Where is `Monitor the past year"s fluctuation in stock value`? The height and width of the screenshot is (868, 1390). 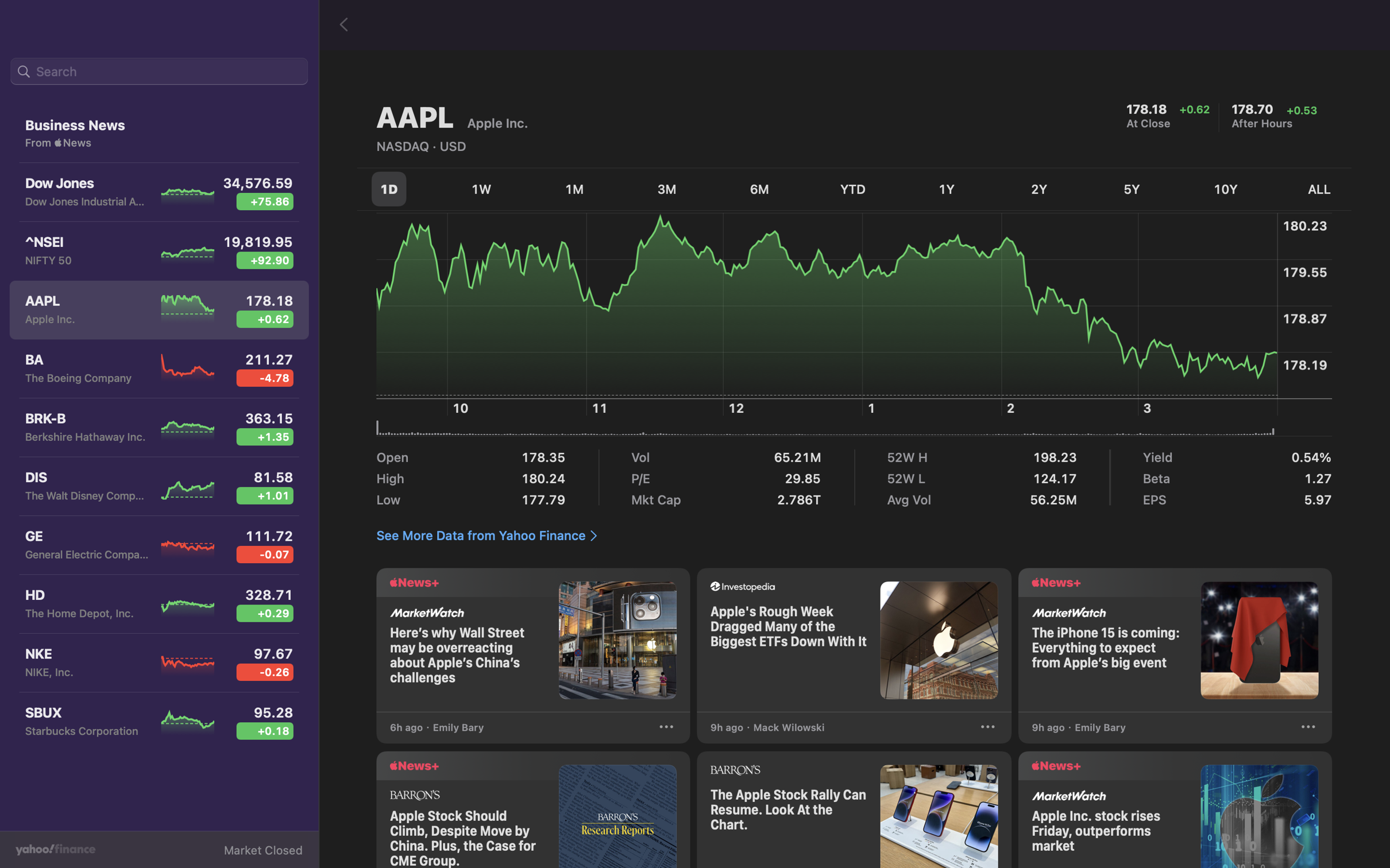 Monitor the past year"s fluctuation in stock value is located at coordinates (948, 188).